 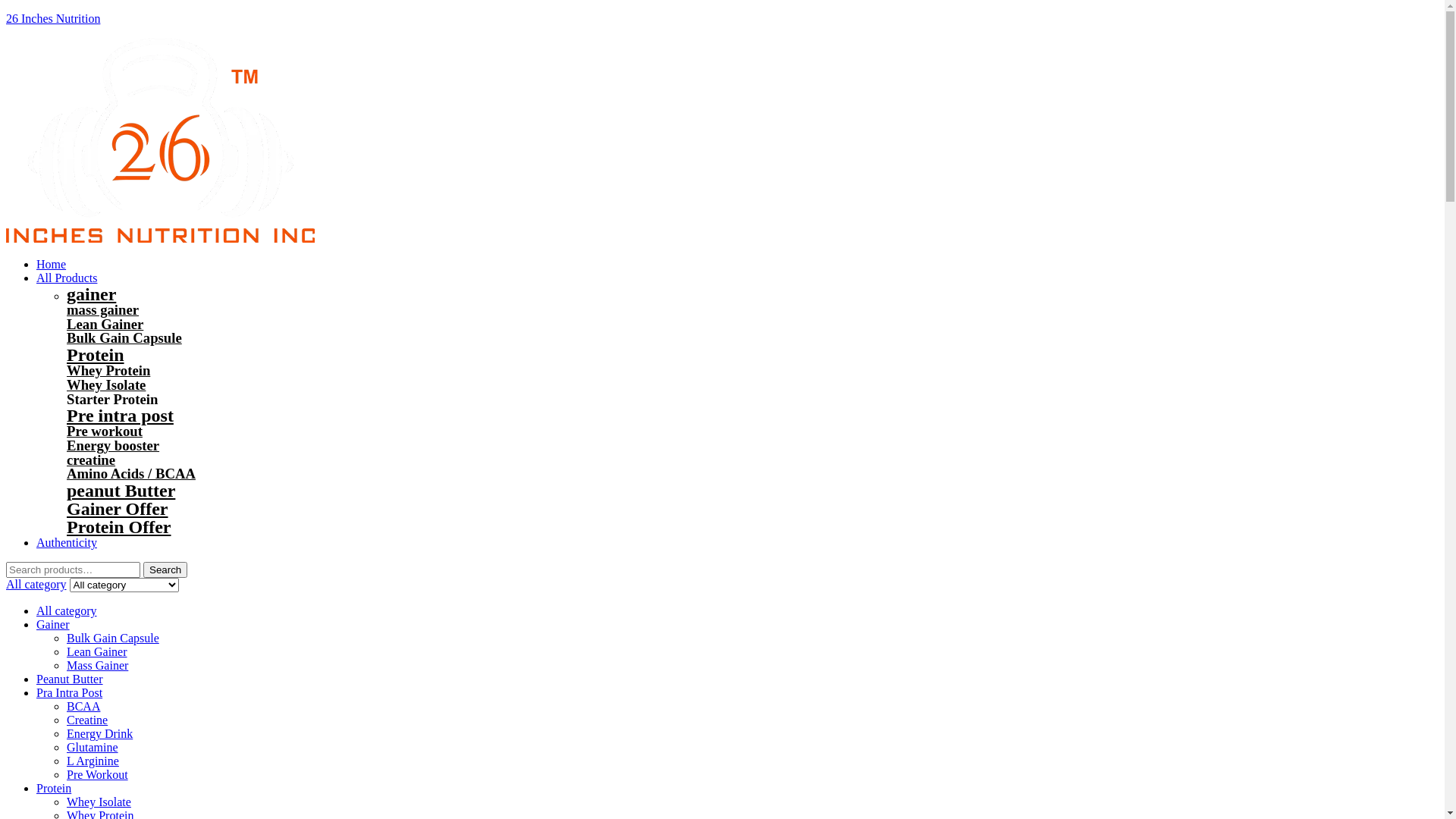 I want to click on 'Peanut Butter', so click(x=68, y=678).